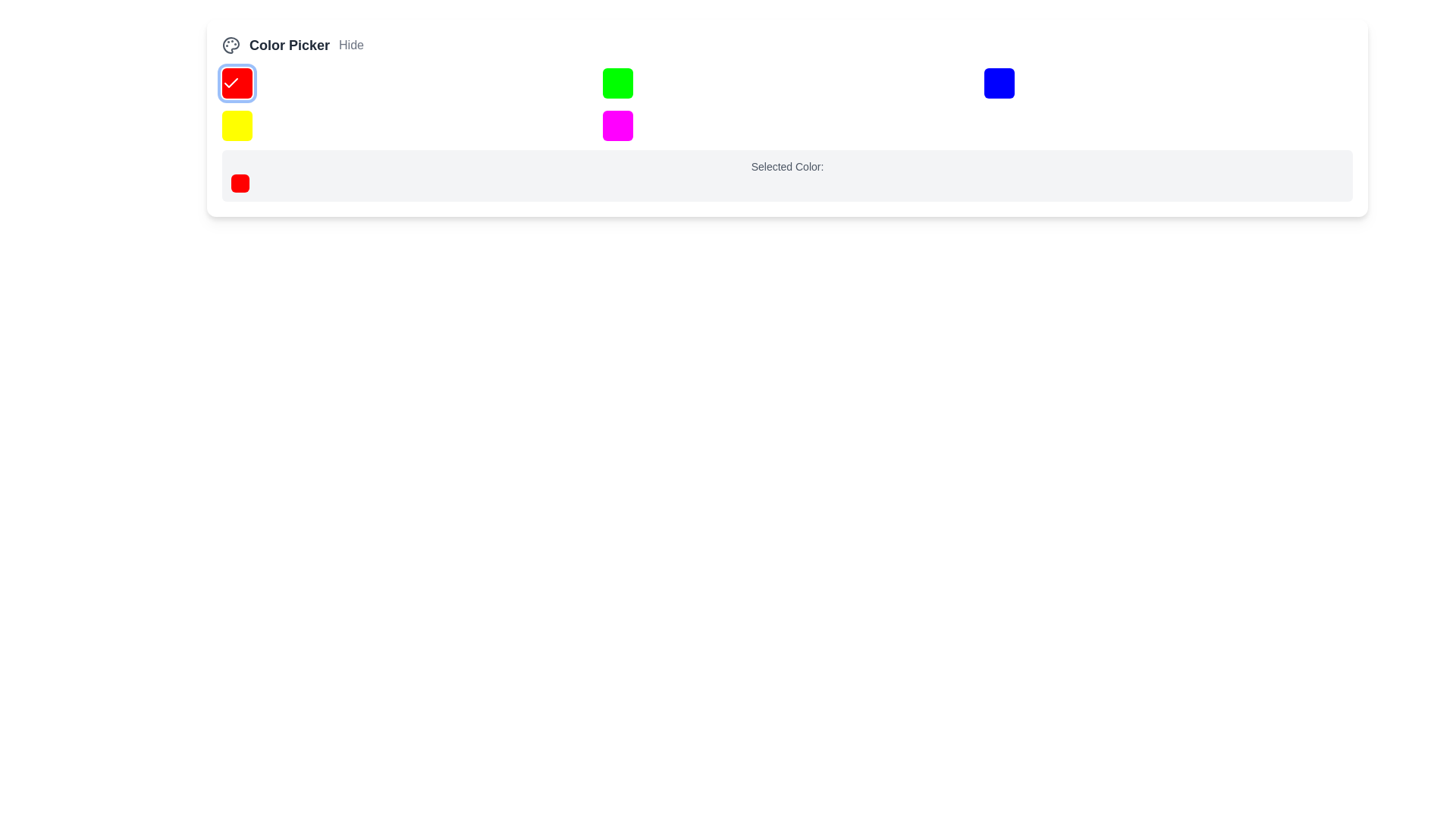 This screenshot has height=819, width=1456. Describe the element at coordinates (618, 124) in the screenshot. I see `the selectable button located in the second row, middle column of the grid, positioned below a green square` at that location.